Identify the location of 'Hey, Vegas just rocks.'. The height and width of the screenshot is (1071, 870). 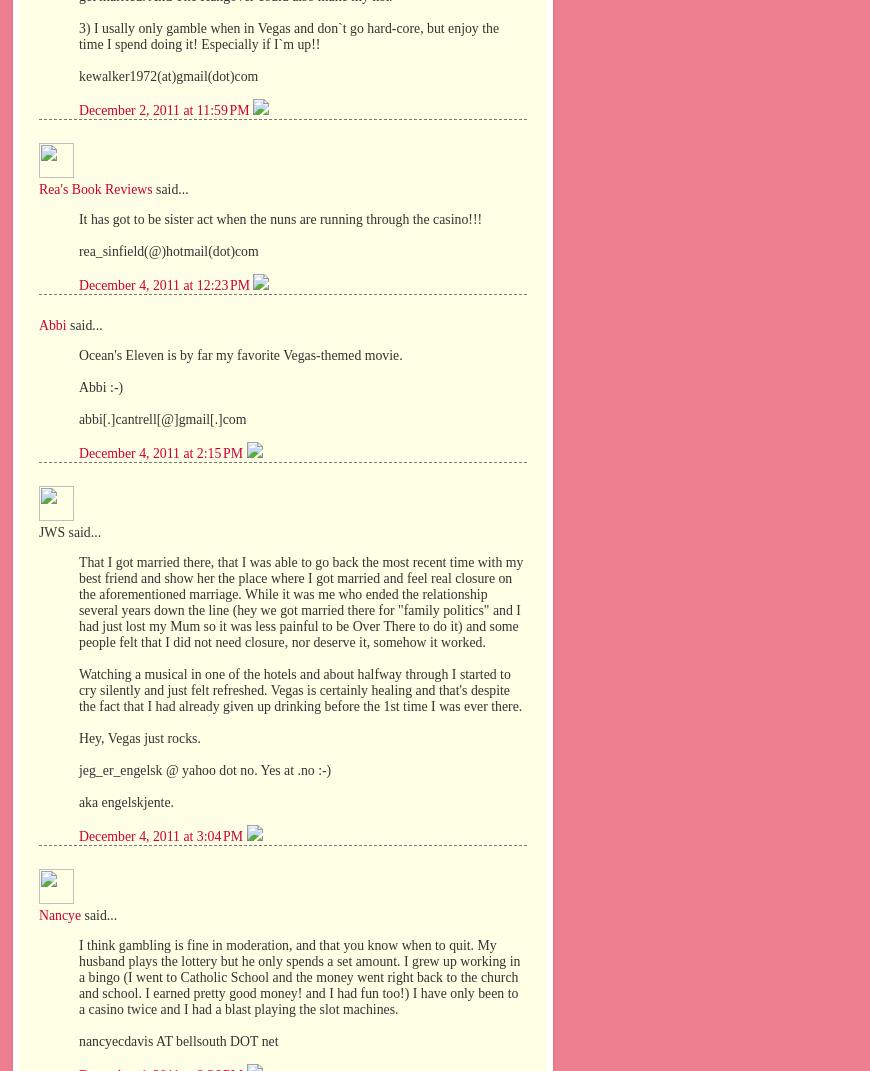
(77, 737).